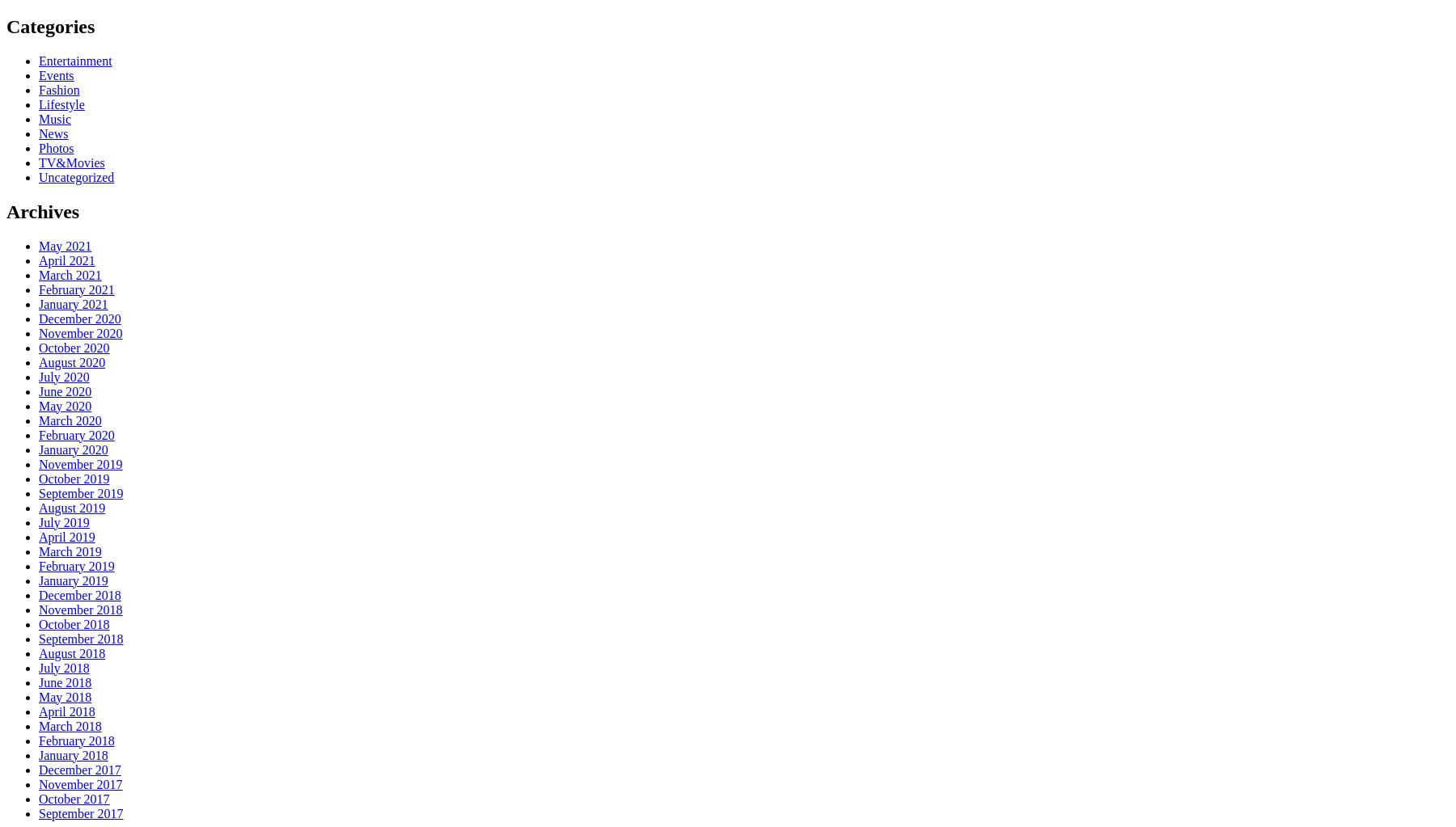 This screenshot has width=1456, height=827. Describe the element at coordinates (75, 175) in the screenshot. I see `'Uncategorized'` at that location.